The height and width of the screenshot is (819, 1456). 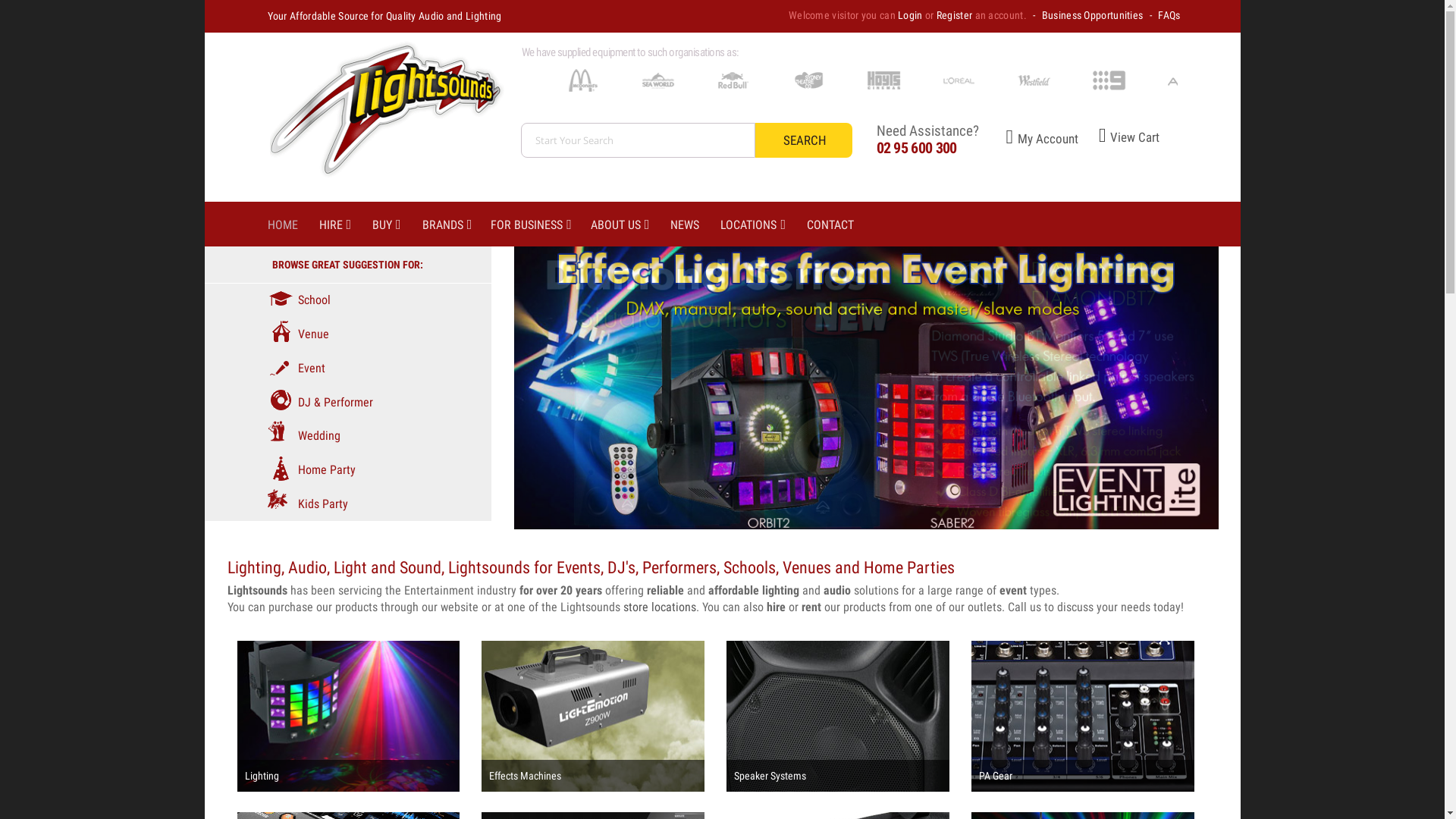 What do you see at coordinates (397, 225) in the screenshot?
I see `'BUY'` at bounding box center [397, 225].